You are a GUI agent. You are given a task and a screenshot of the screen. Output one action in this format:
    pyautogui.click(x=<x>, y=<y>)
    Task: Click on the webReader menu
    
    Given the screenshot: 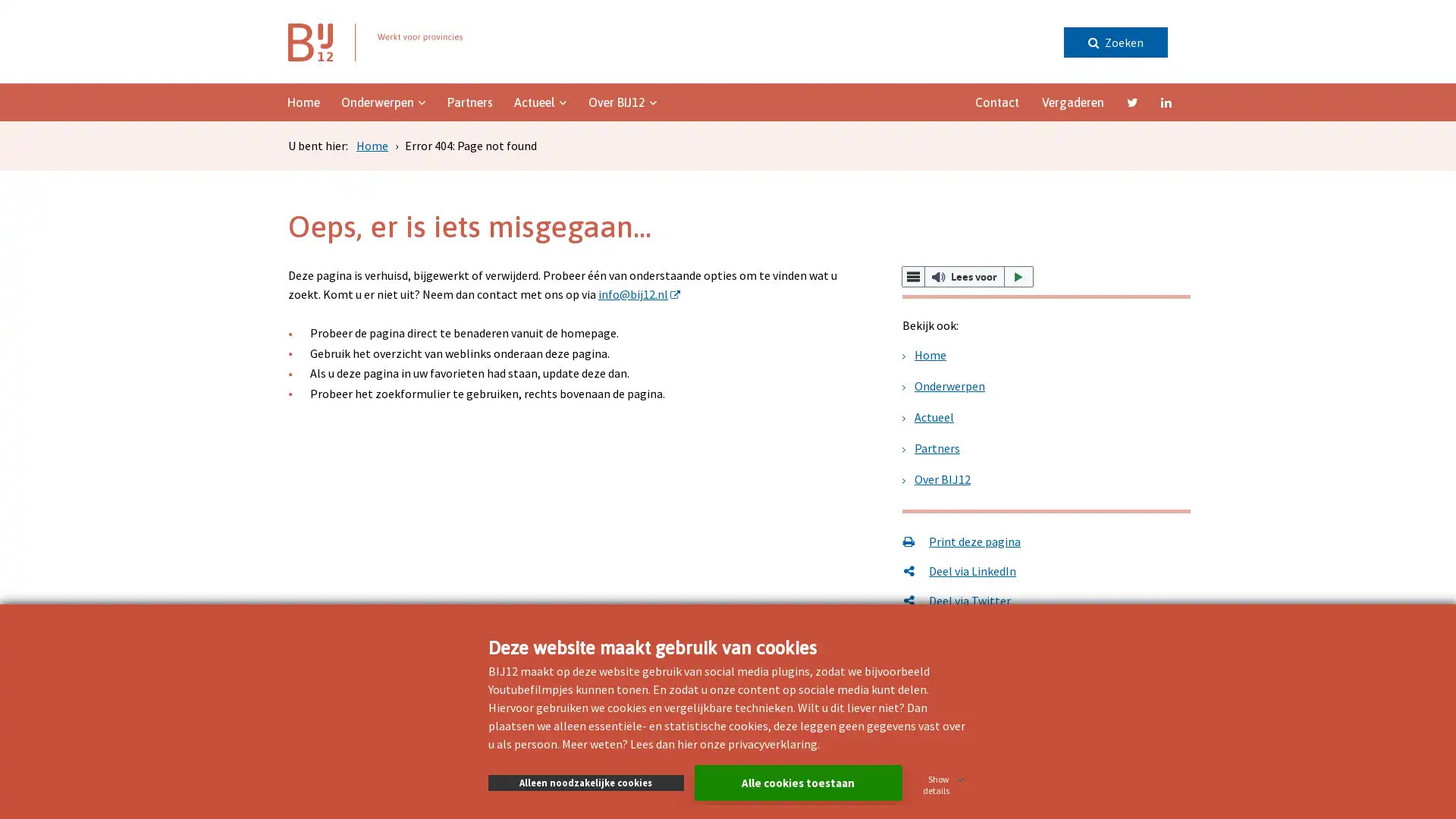 What is the action you would take?
    pyautogui.click(x=912, y=277)
    